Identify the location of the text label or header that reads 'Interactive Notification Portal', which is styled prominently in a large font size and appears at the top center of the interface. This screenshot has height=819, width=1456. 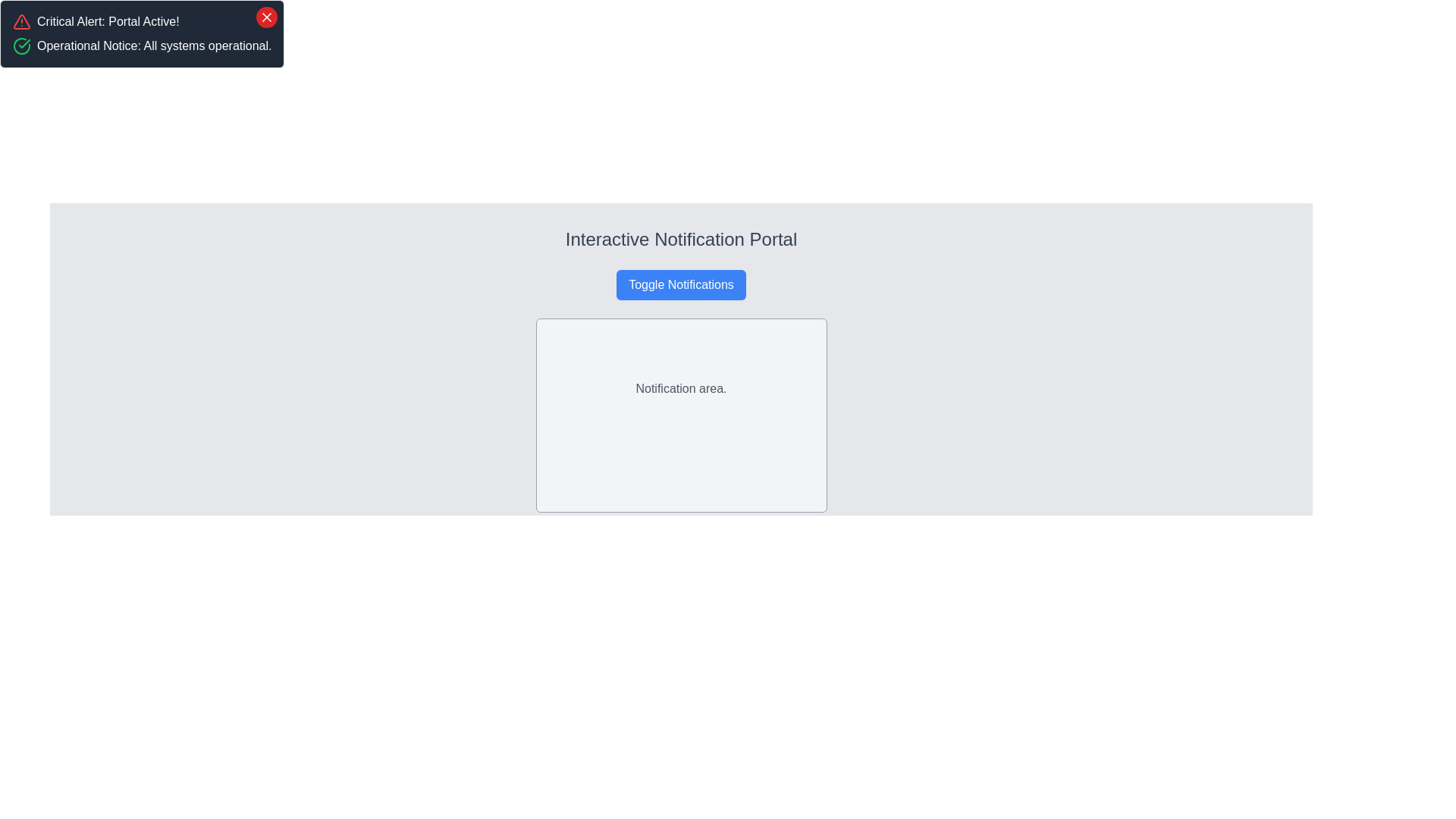
(680, 239).